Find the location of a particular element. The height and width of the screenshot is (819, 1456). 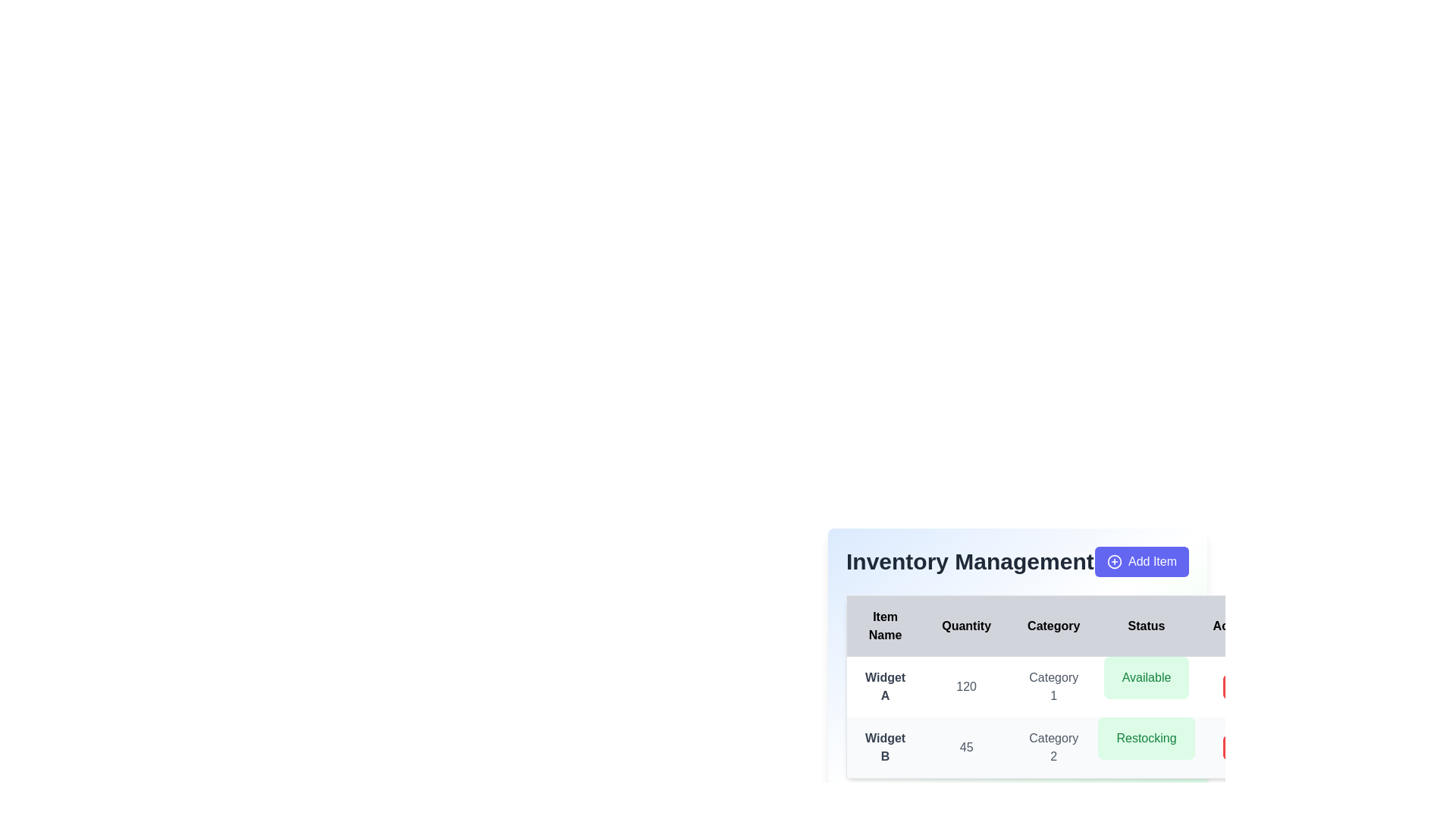

the header row of the table, which contains the column headers 'Item Name', 'Quantity', 'Category', 'Status', and 'Actions' is located at coordinates (1060, 626).